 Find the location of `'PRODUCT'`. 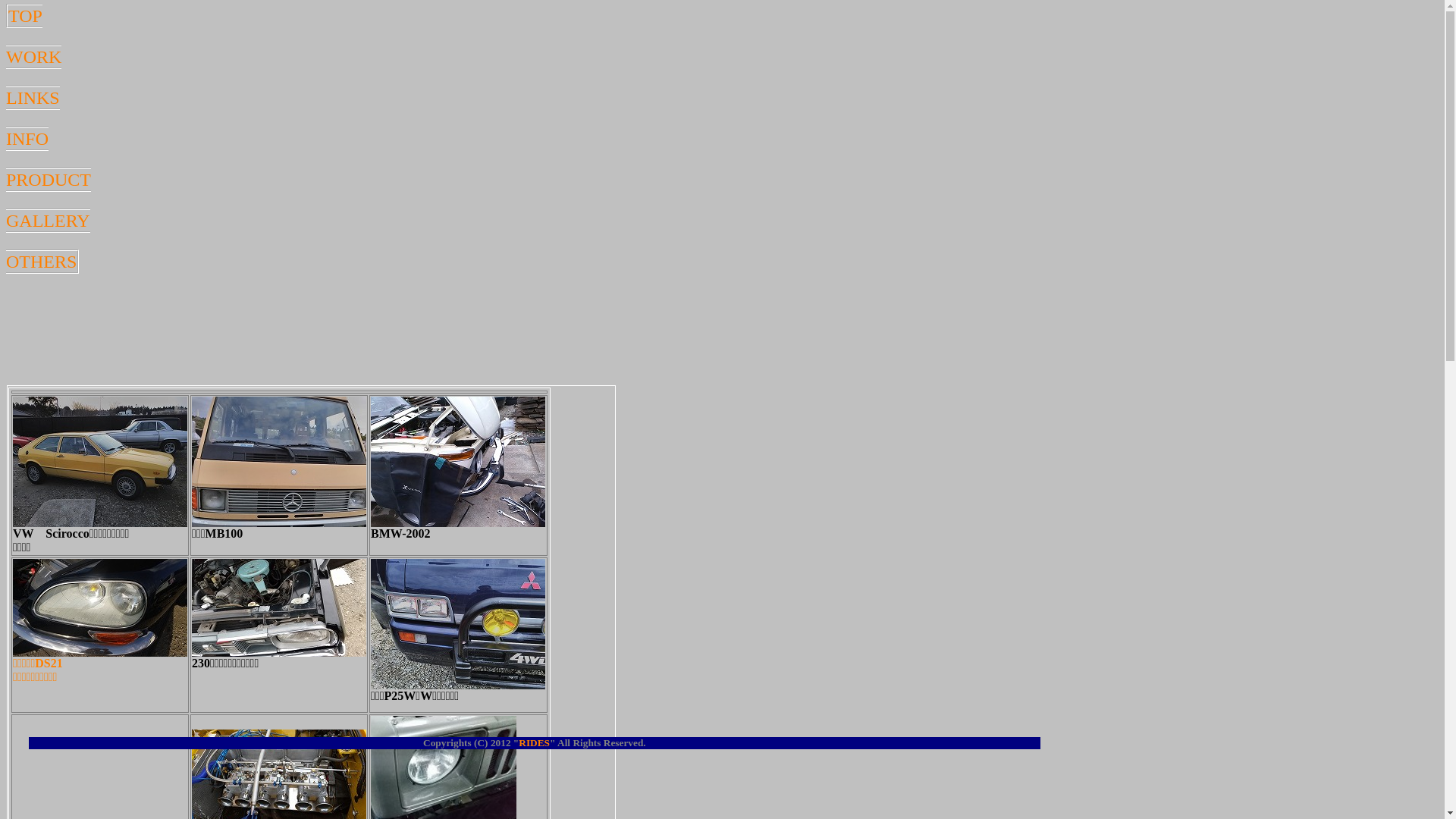

'PRODUCT' is located at coordinates (48, 178).